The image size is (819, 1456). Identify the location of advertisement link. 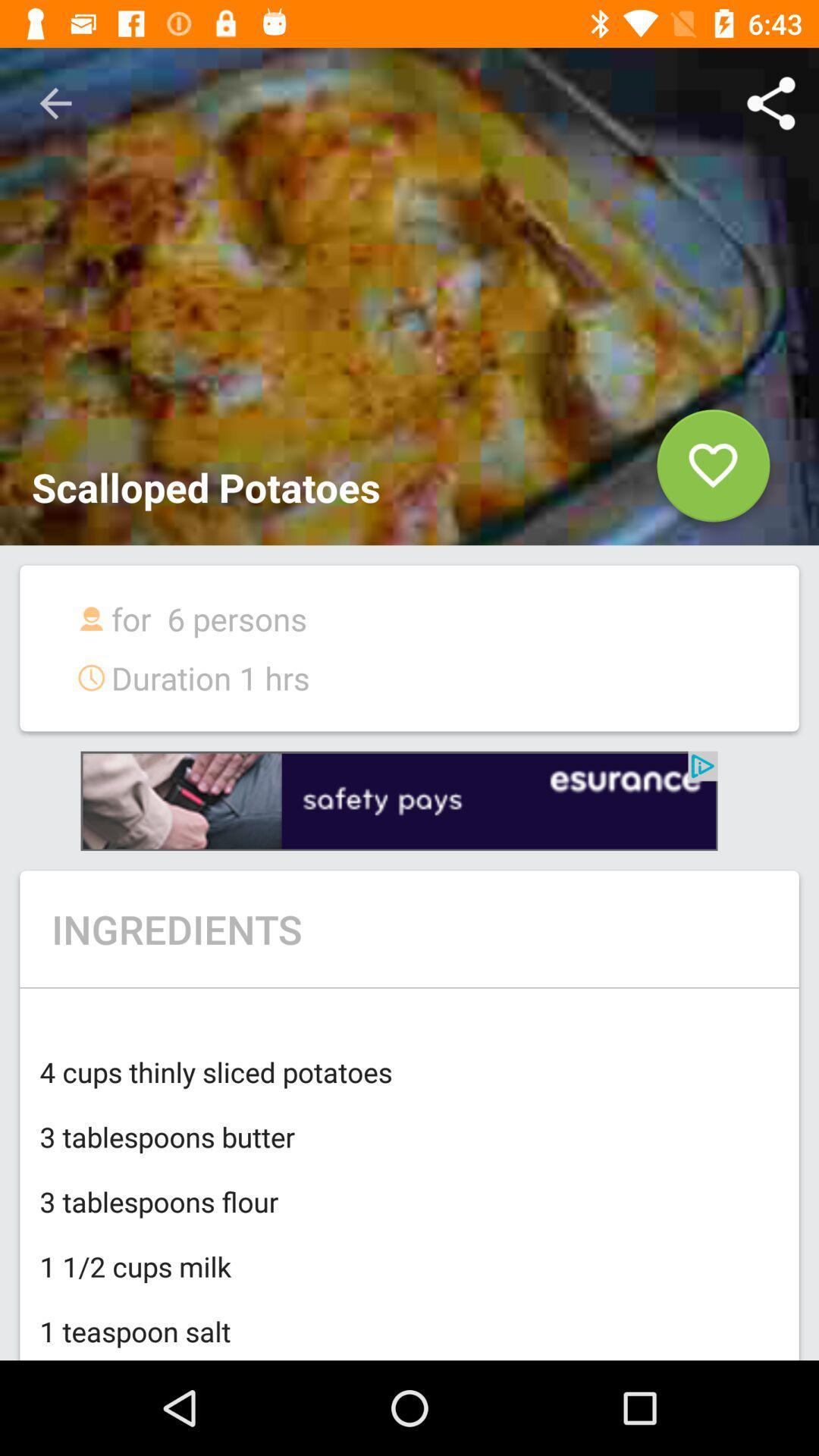
(398, 800).